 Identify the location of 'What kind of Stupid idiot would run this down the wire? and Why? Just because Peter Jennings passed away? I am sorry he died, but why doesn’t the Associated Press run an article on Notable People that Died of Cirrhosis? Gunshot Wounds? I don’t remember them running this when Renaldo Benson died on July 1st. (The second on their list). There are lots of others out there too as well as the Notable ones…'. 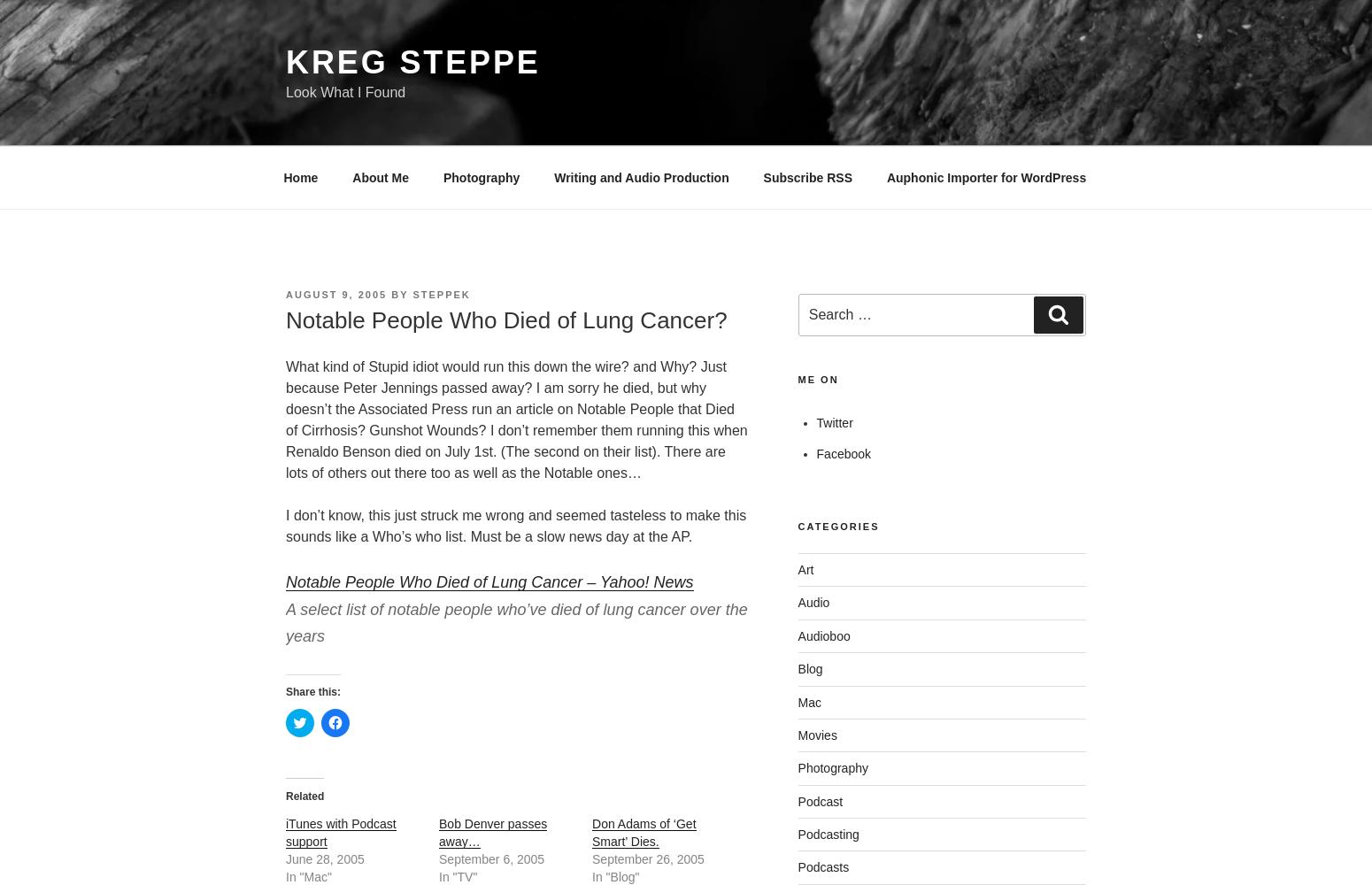
(285, 419).